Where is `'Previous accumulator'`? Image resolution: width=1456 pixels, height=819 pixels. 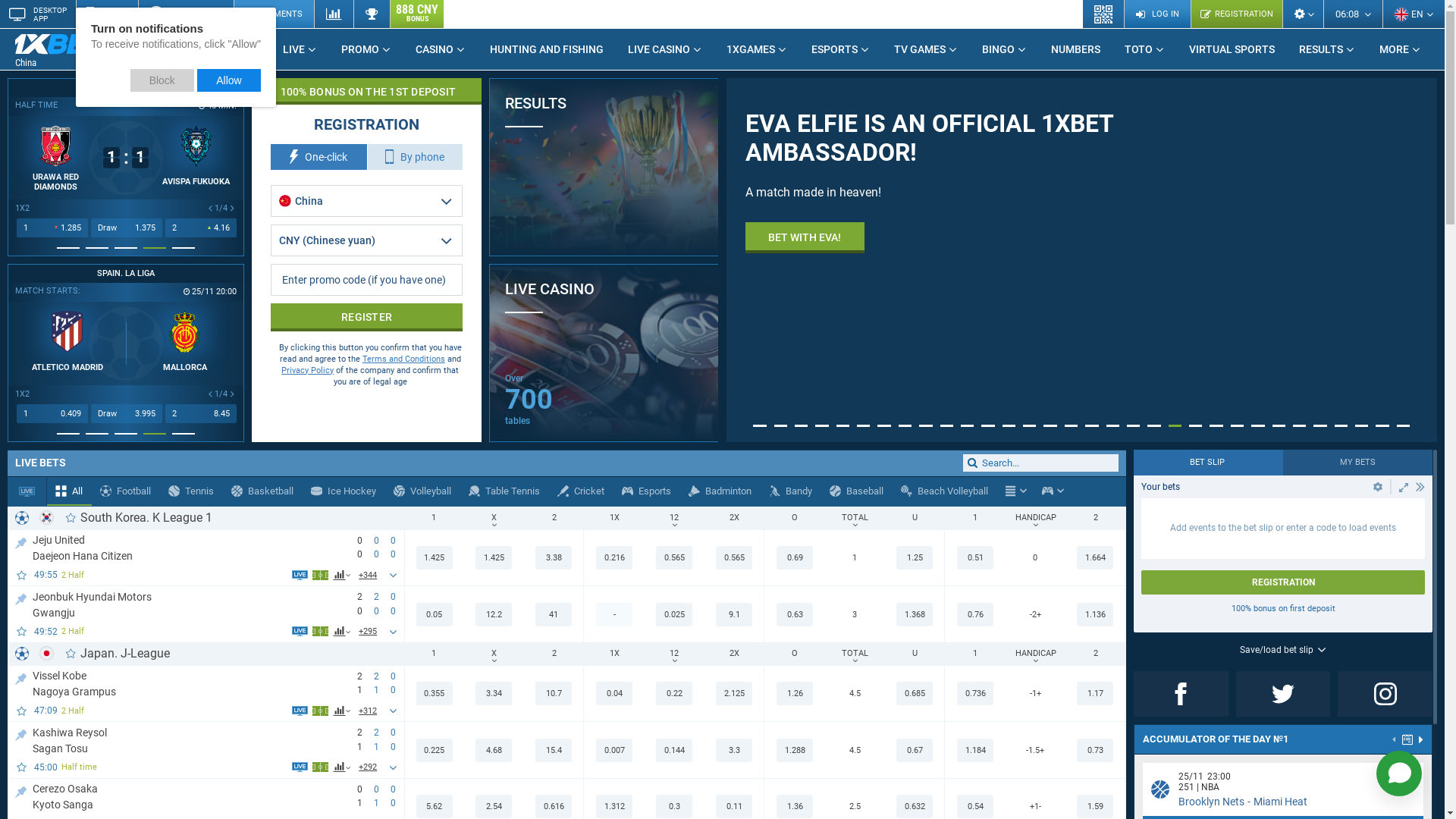
'Previous accumulator' is located at coordinates (1394, 739).